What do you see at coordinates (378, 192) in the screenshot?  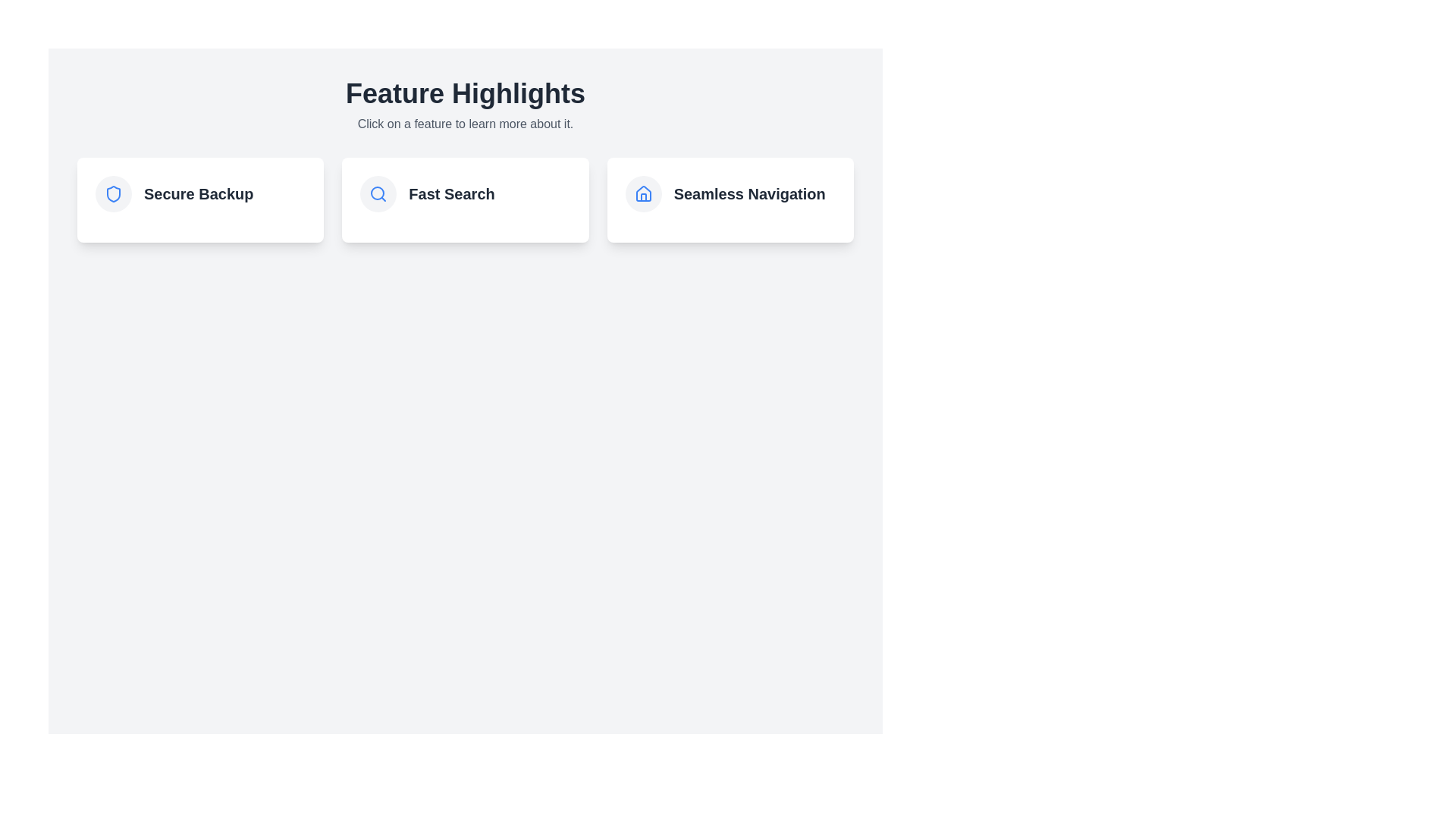 I see `circular graphical feature within the search icon located in the second card labeled 'Fast Search' by clicking on its center` at bounding box center [378, 192].